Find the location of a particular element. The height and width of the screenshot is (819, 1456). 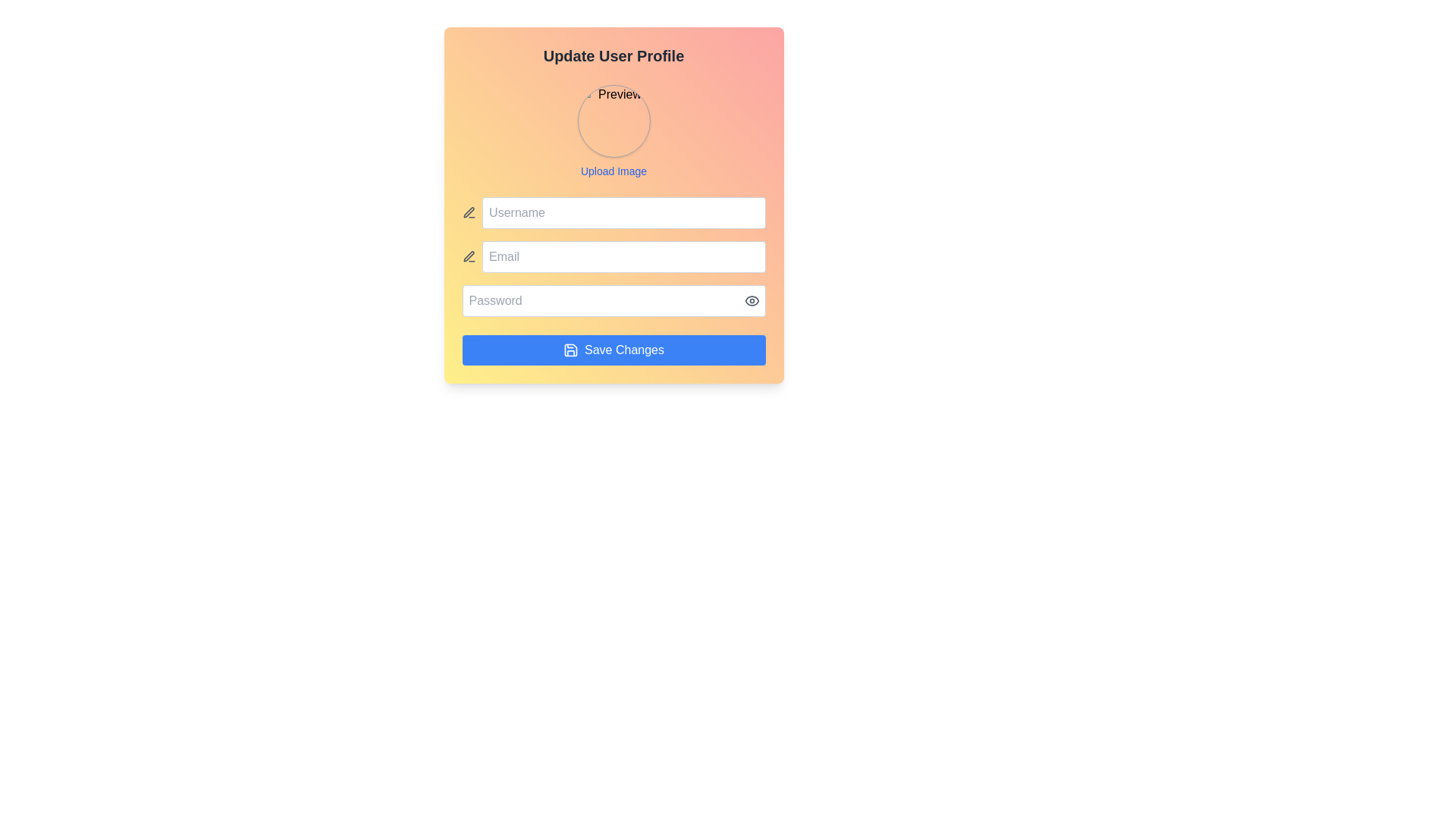

the icon located on the left side of the 'Save Changes' button, which serves as a visual indicator for saving changes is located at coordinates (570, 350).